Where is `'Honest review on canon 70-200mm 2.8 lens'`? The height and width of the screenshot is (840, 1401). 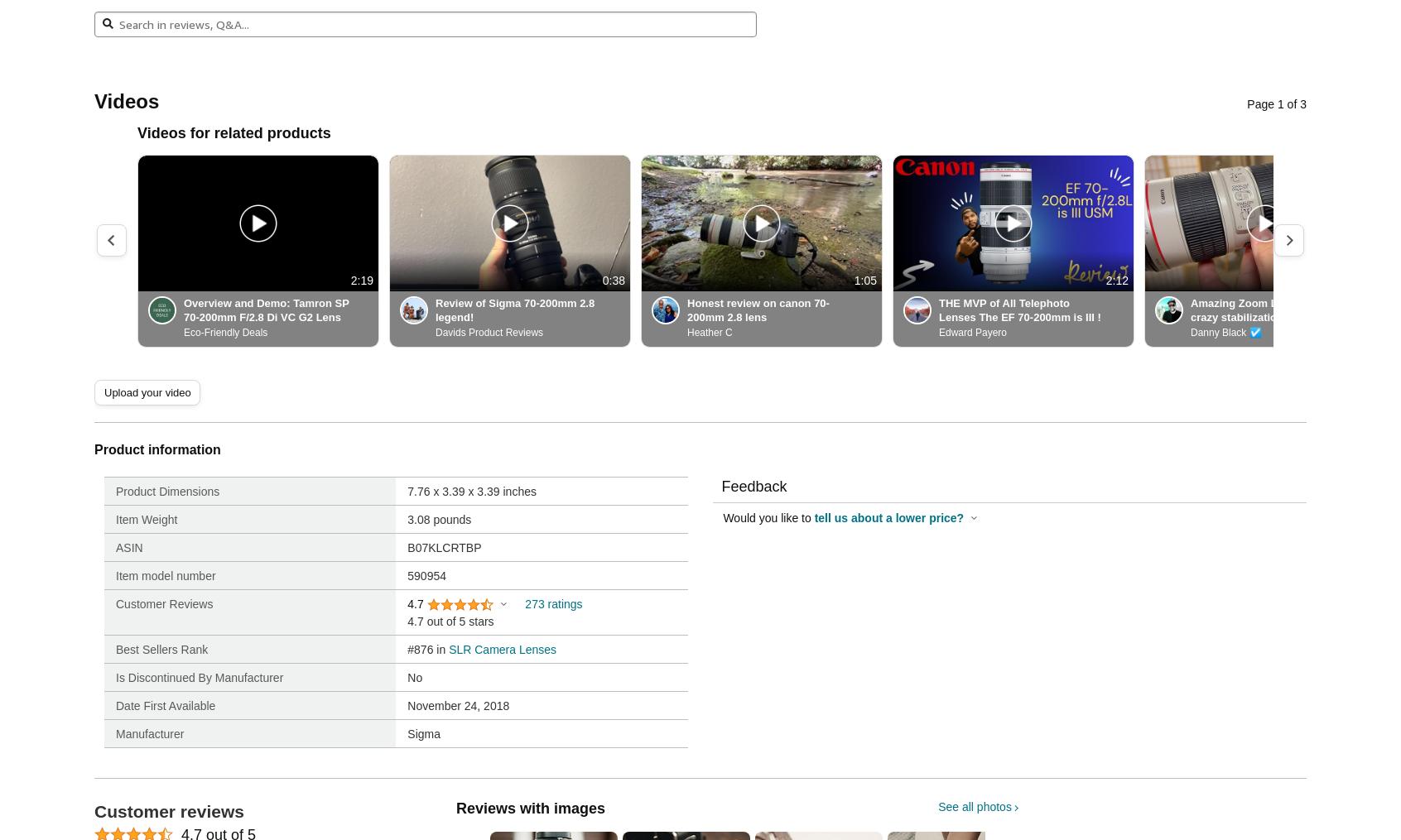 'Honest review on canon 70-200mm 2.8 lens' is located at coordinates (686, 310).